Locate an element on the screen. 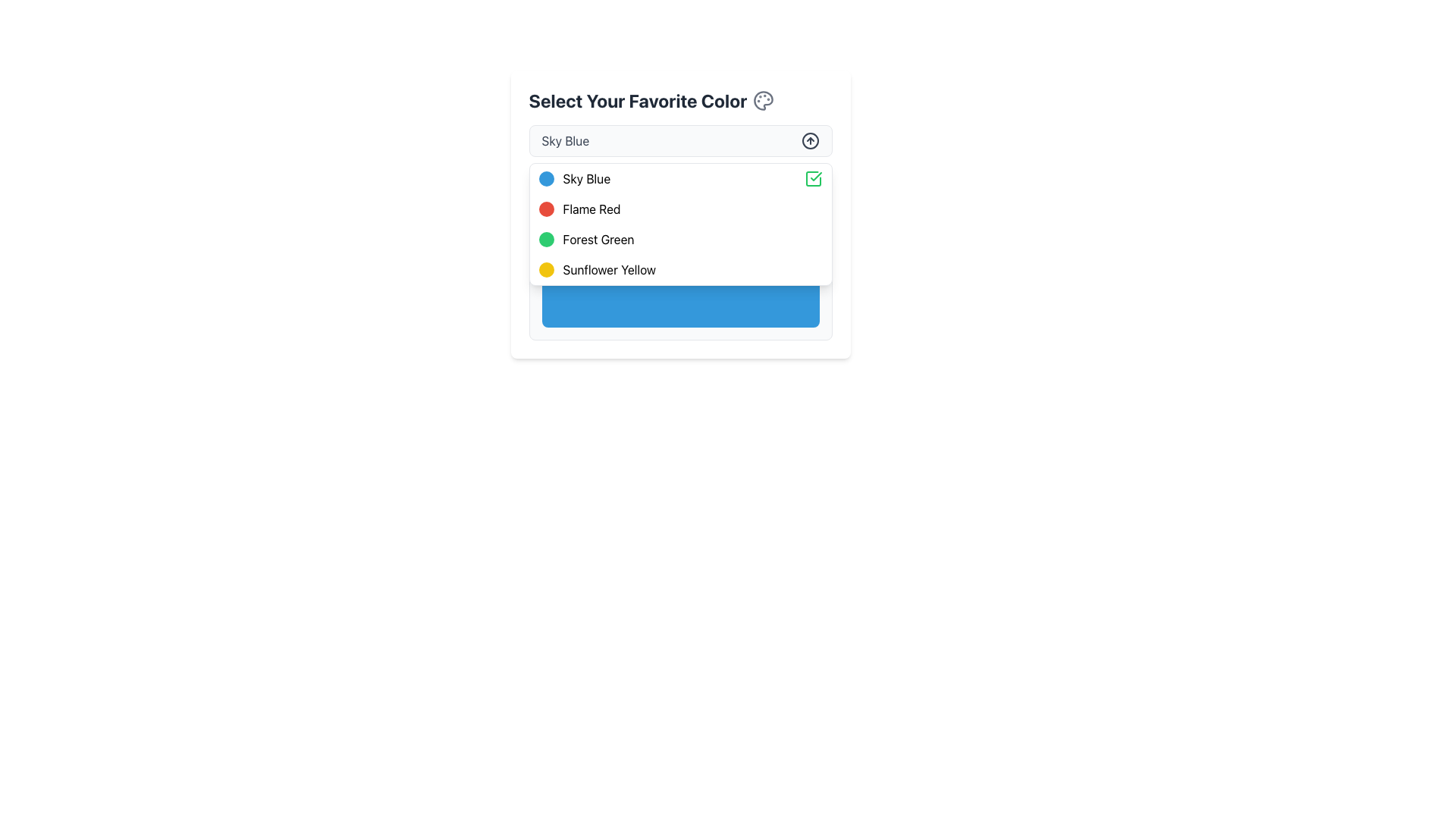 The image size is (1456, 819). the selection indicator icon indicating that the 'Sky Blue' option is currently selected in the dropdown list is located at coordinates (812, 177).